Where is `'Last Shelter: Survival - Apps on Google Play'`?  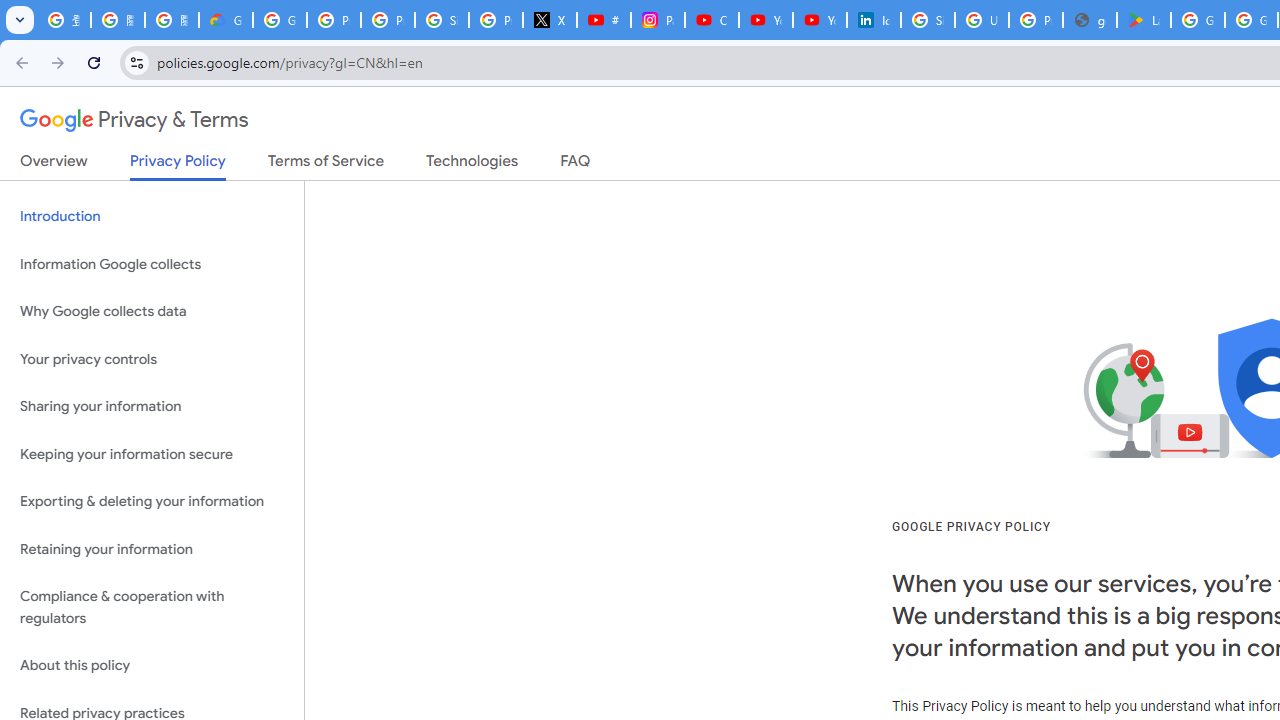
'Last Shelter: Survival - Apps on Google Play' is located at coordinates (1144, 20).